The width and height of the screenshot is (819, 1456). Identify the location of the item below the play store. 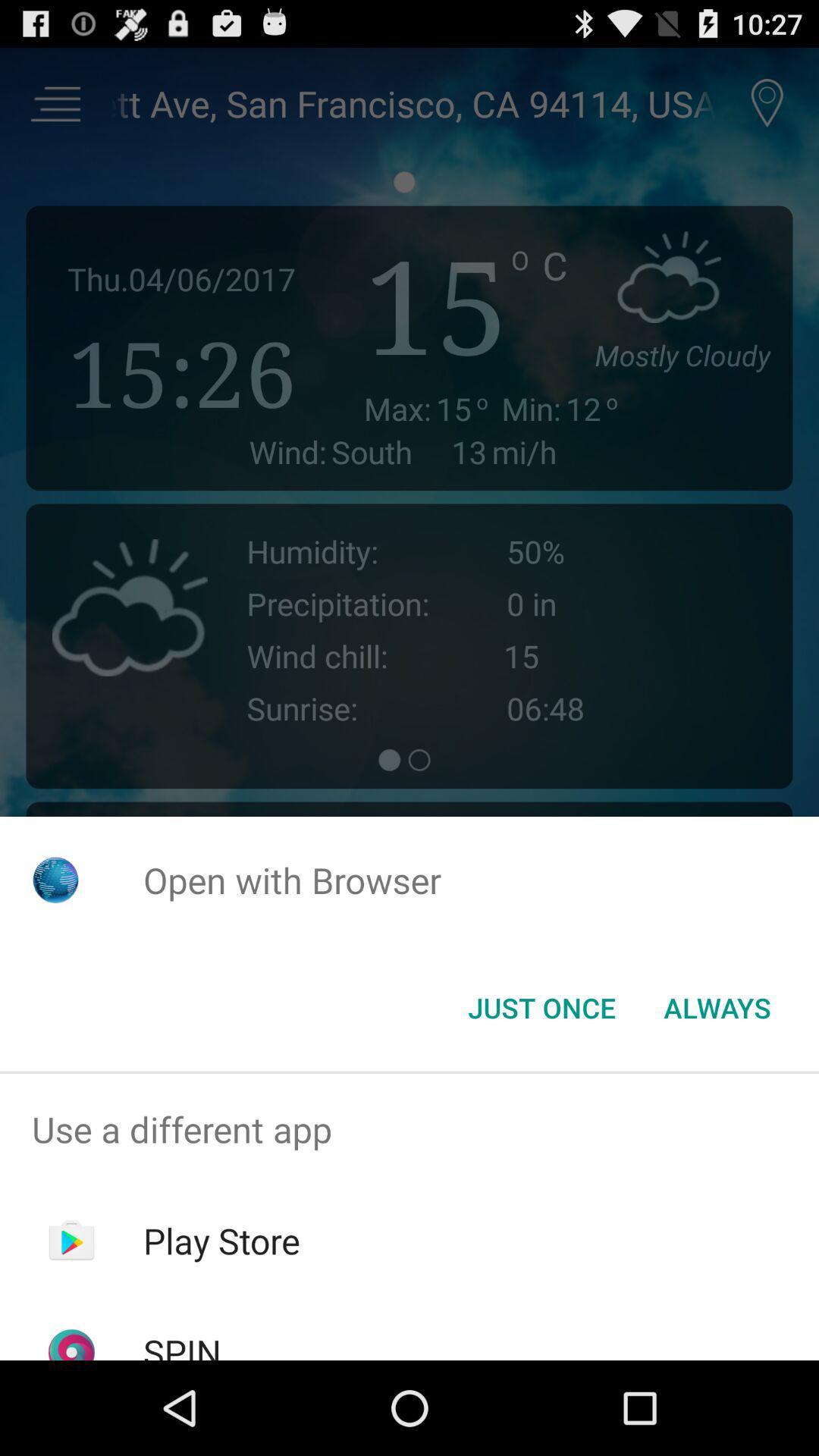
(181, 1344).